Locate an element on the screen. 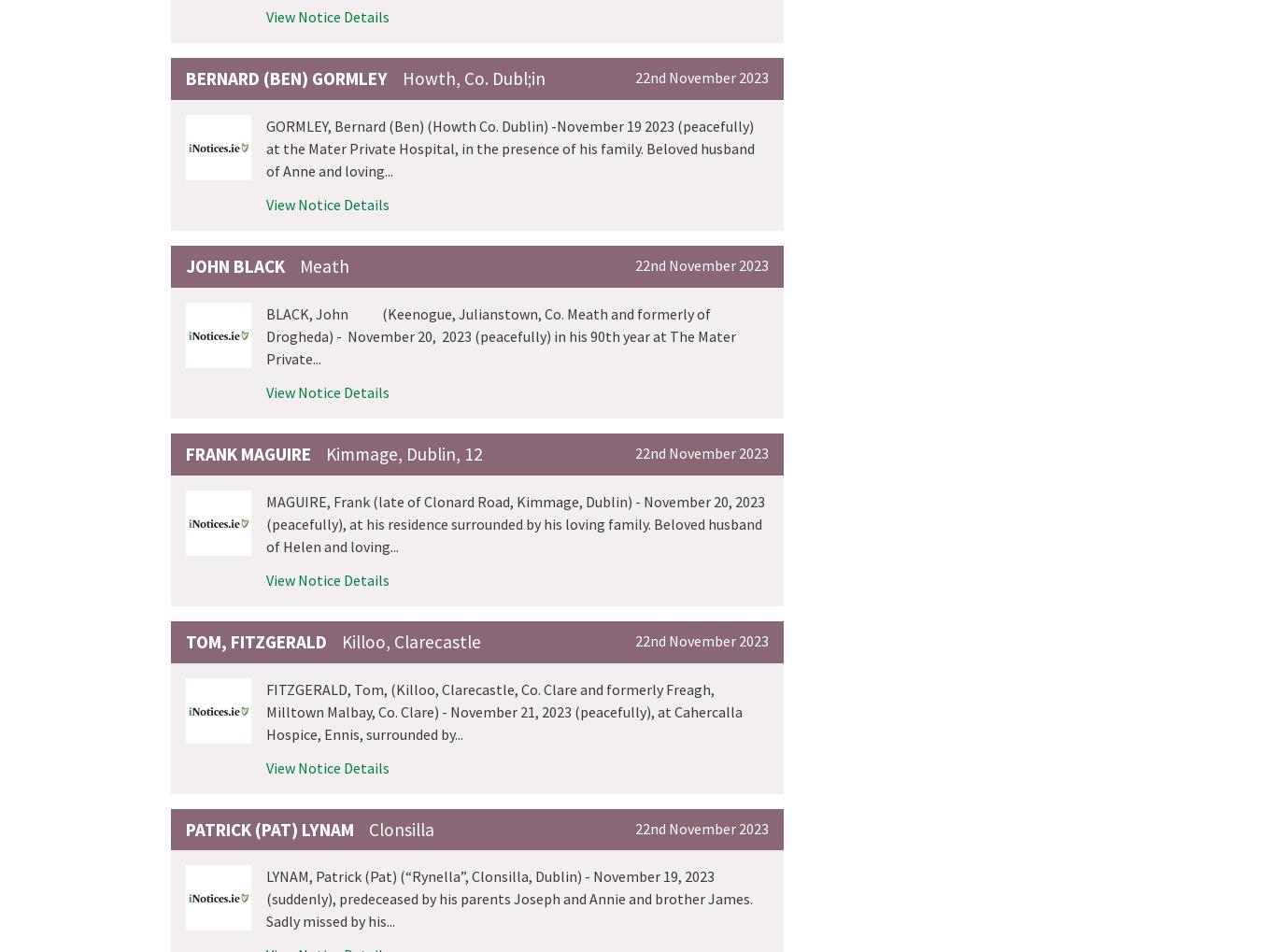 The width and height of the screenshot is (1276, 952). 'Bernard (Ben) GORMLEY' is located at coordinates (286, 78).